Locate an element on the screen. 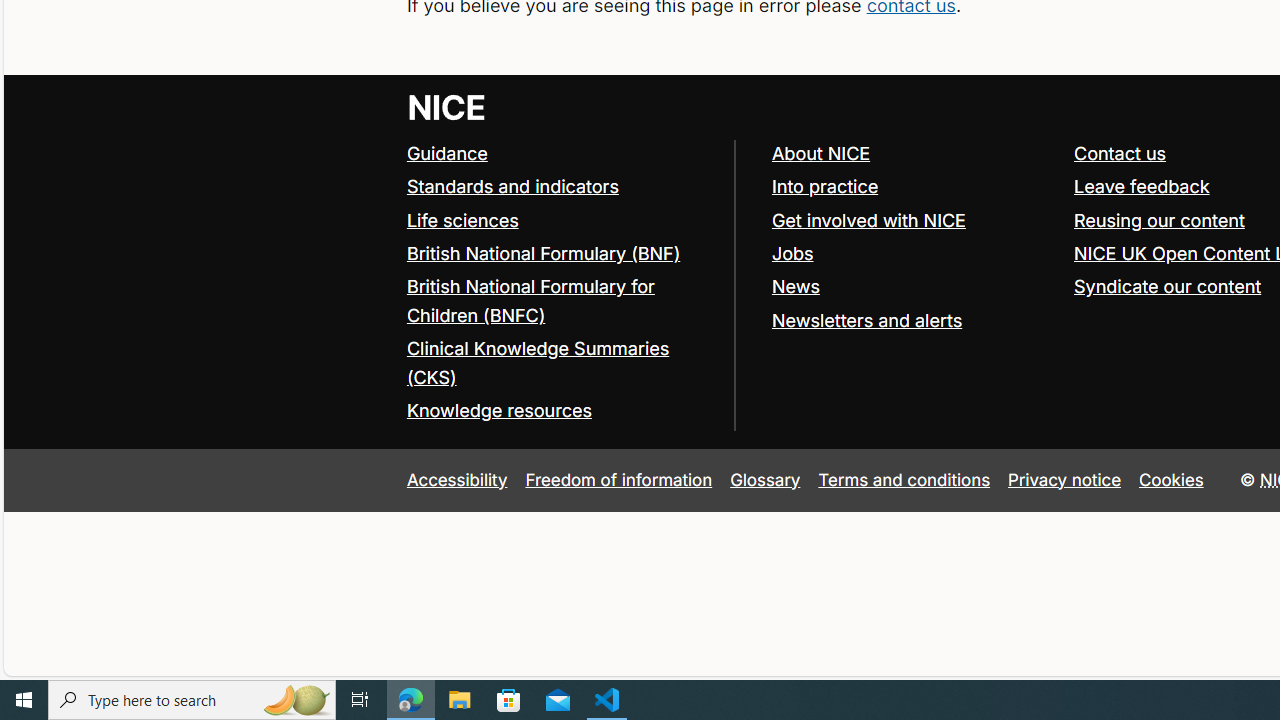  'Syndicate our content' is located at coordinates (1168, 285).